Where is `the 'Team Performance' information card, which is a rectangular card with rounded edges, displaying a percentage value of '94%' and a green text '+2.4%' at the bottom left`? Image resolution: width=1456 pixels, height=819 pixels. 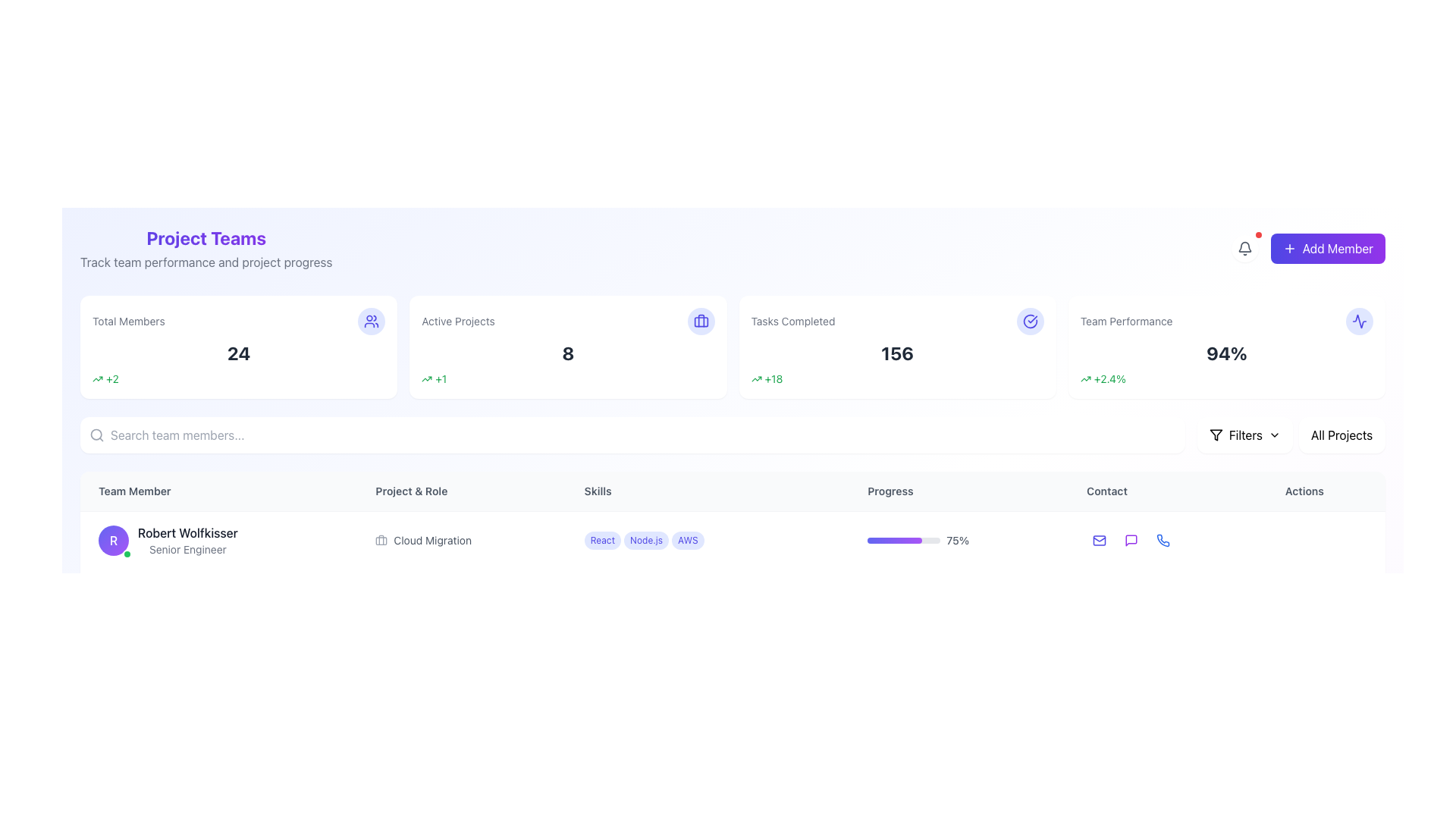
the 'Team Performance' information card, which is a rectangular card with rounded edges, displaying a percentage value of '94%' and a green text '+2.4%' at the bottom left is located at coordinates (1226, 347).